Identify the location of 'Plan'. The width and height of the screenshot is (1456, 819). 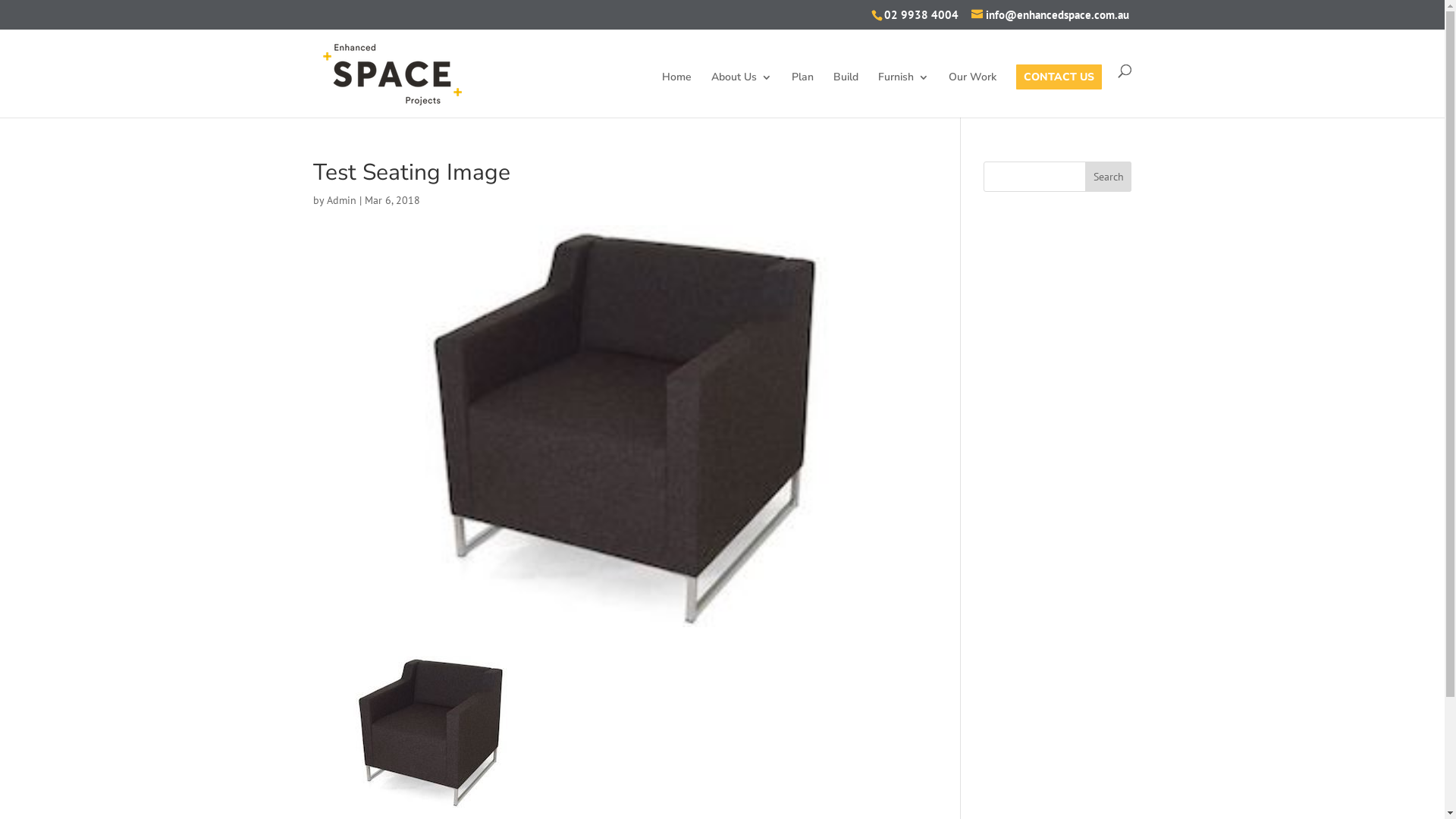
(802, 93).